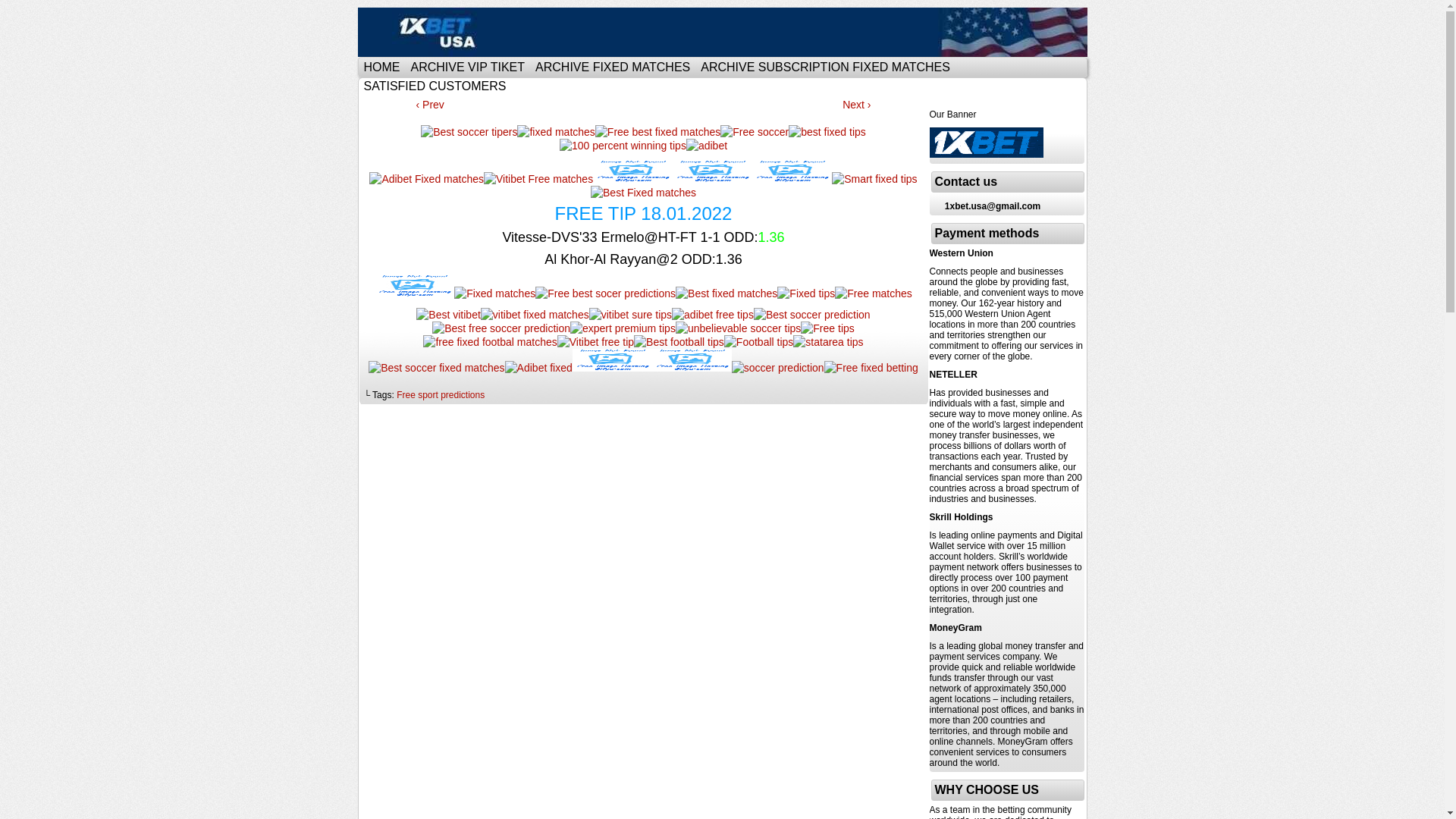 The image size is (1456, 819). What do you see at coordinates (369, 177) in the screenshot?
I see `'Adibet Fixed matches'` at bounding box center [369, 177].